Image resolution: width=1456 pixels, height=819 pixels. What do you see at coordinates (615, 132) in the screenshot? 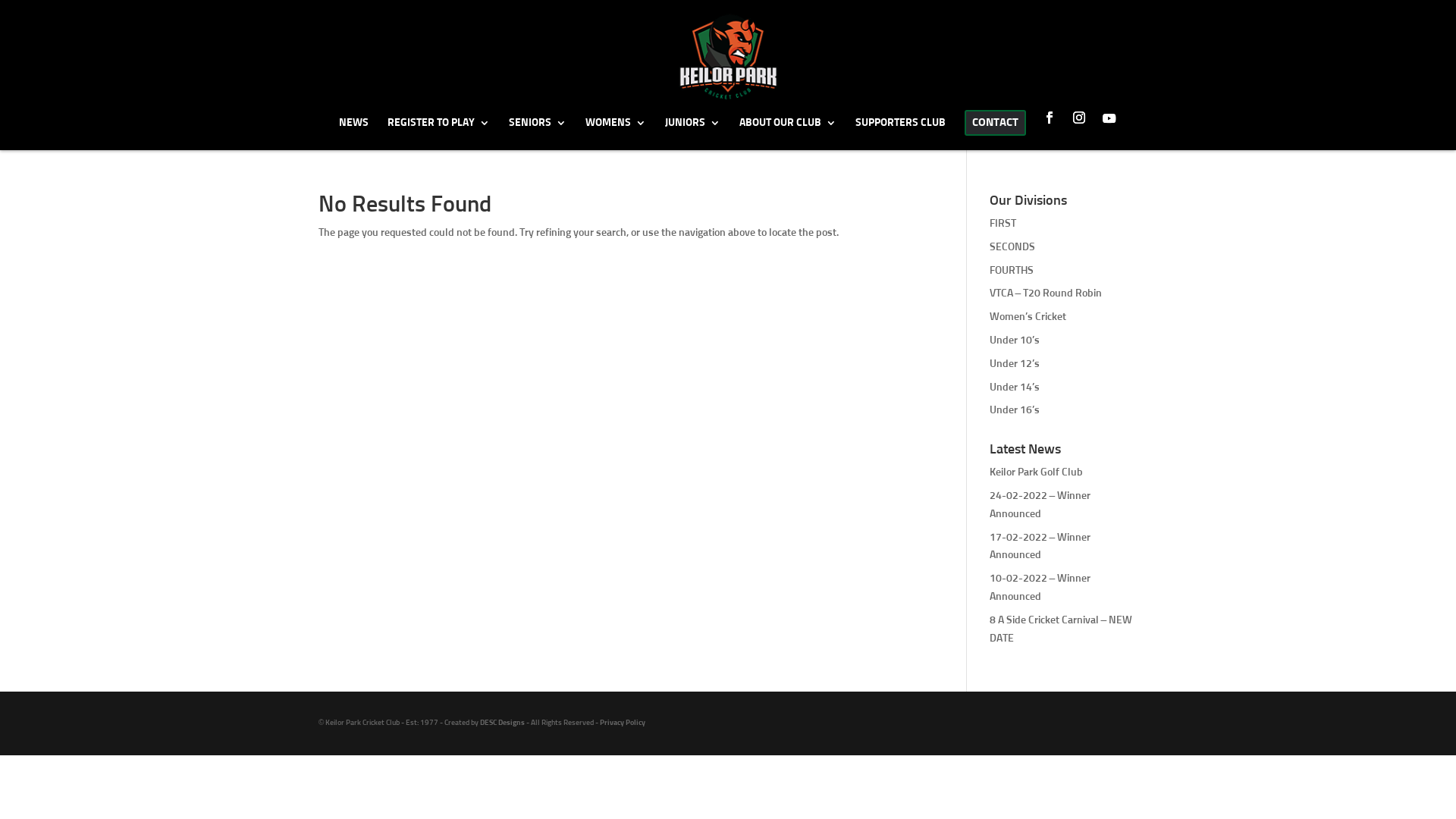
I see `'WOMENS'` at bounding box center [615, 132].